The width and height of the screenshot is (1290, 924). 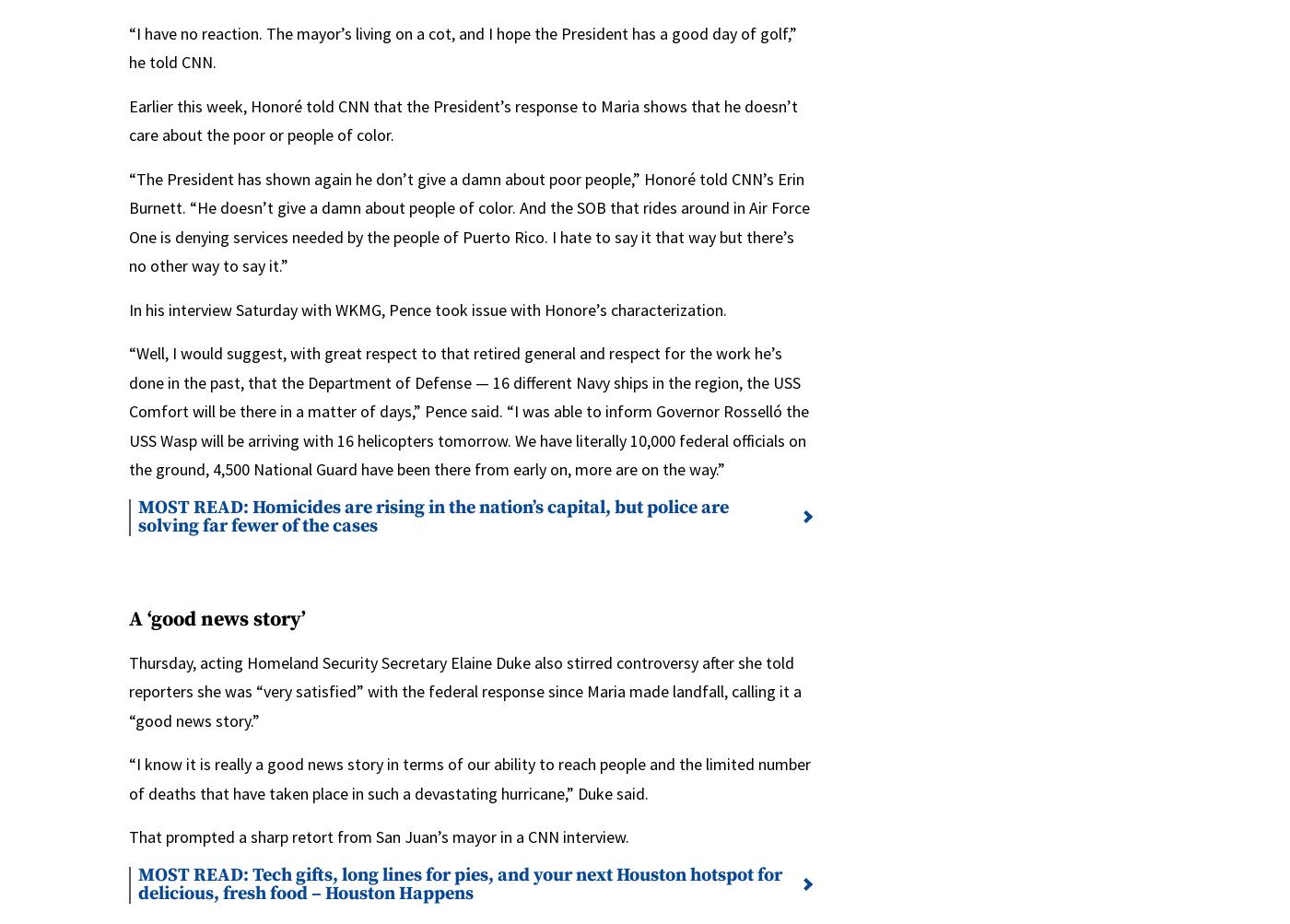 I want to click on 'MOST READ: Homicides are rising in the nation’s capital, but police are solving far fewer of the cases', so click(x=432, y=515).